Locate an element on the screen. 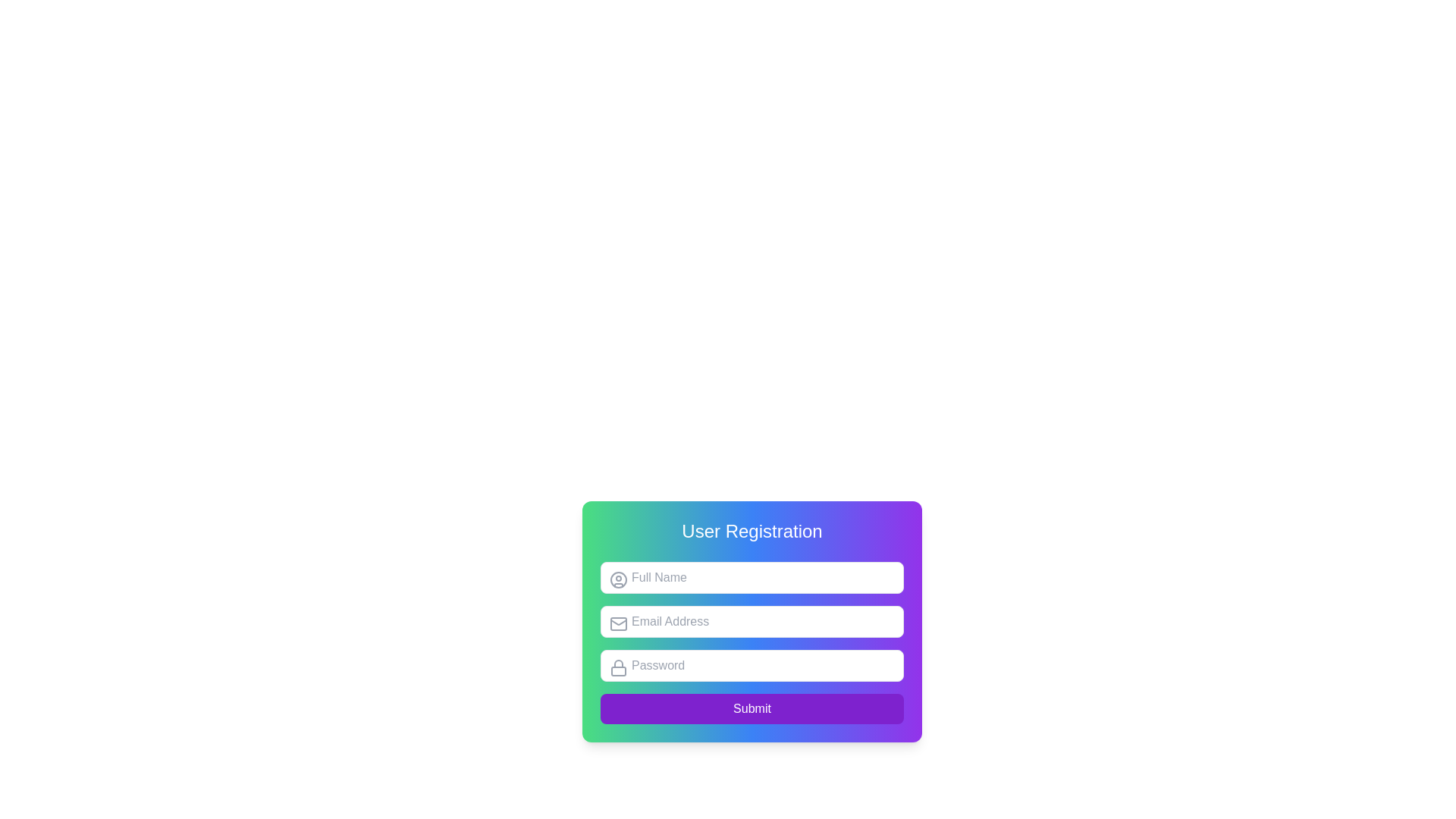 The width and height of the screenshot is (1456, 819). the Decorative graphic that visually indicates the purpose of the adjacent email address input field in the 'User Registration' form is located at coordinates (619, 623).